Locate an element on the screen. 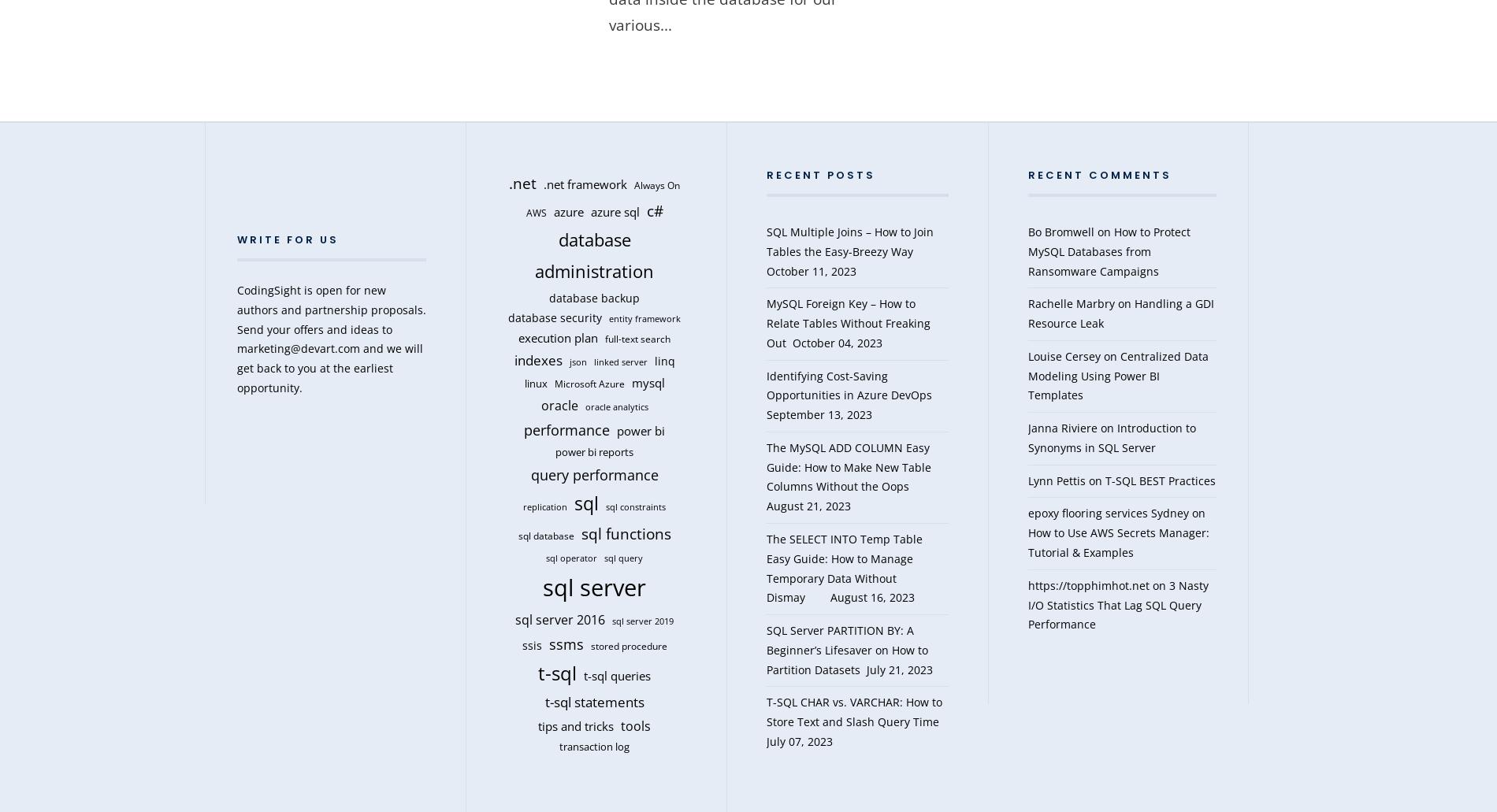 Image resolution: width=1497 pixels, height=812 pixels. 'query performance' is located at coordinates (592, 473).